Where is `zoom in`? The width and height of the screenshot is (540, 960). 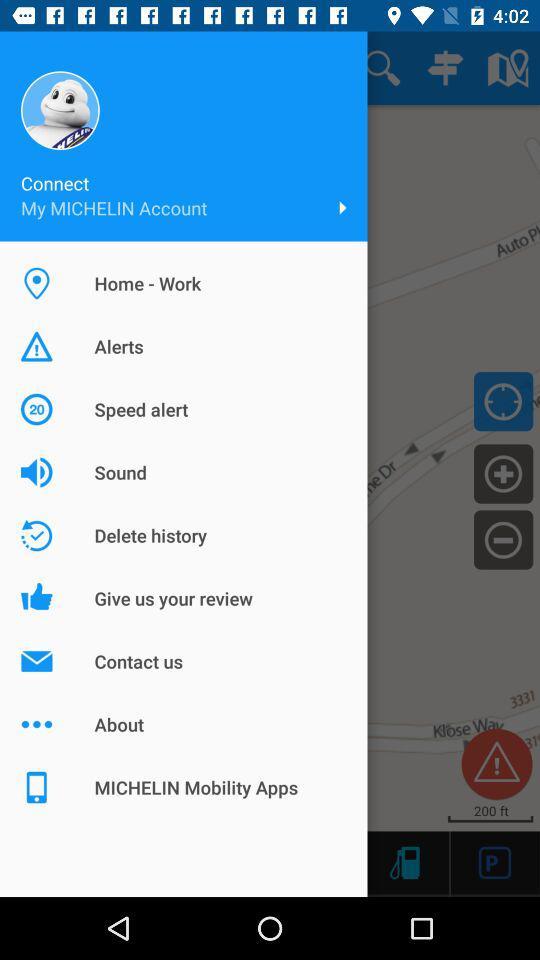 zoom in is located at coordinates (502, 473).